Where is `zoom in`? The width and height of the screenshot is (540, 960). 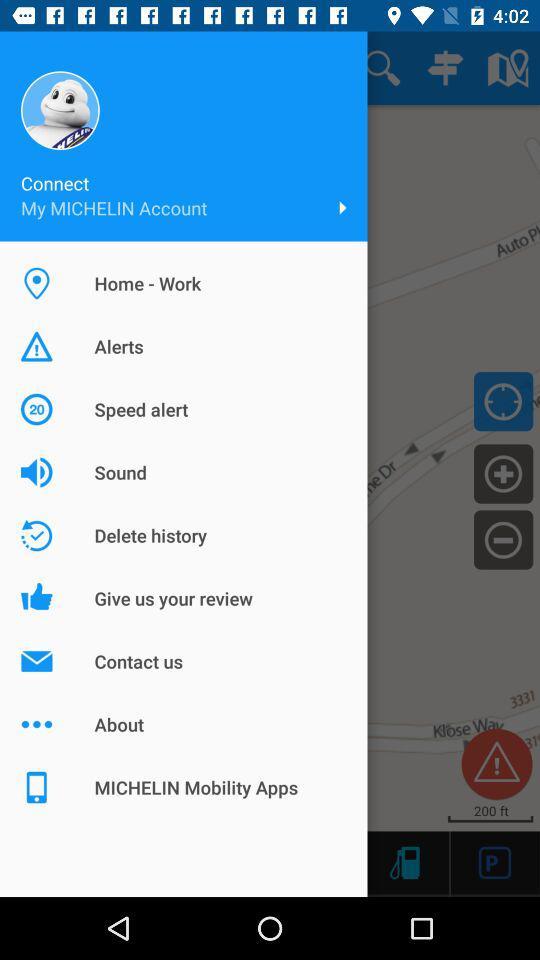 zoom in is located at coordinates (502, 473).